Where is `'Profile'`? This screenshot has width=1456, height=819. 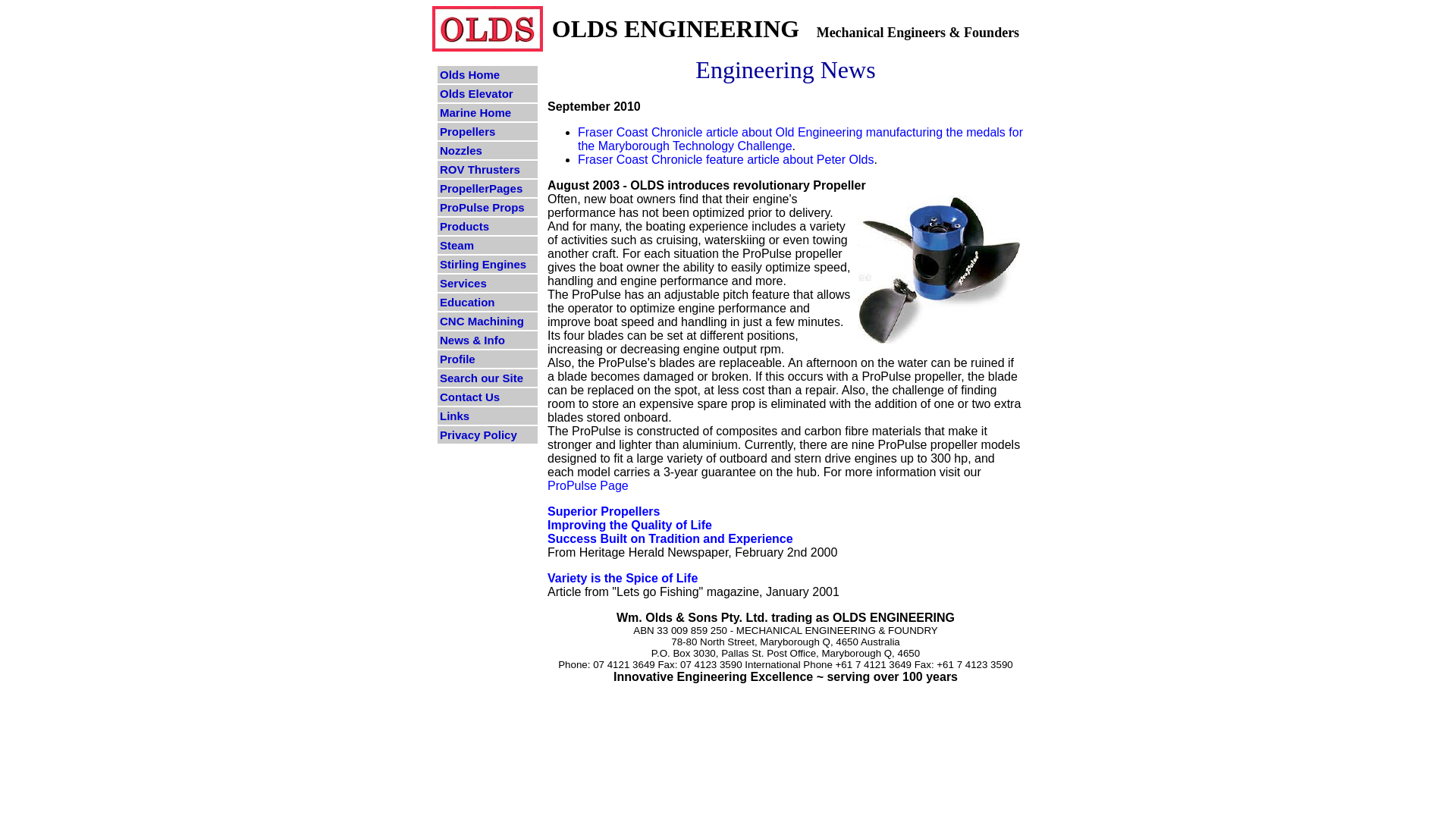 'Profile' is located at coordinates (488, 359).